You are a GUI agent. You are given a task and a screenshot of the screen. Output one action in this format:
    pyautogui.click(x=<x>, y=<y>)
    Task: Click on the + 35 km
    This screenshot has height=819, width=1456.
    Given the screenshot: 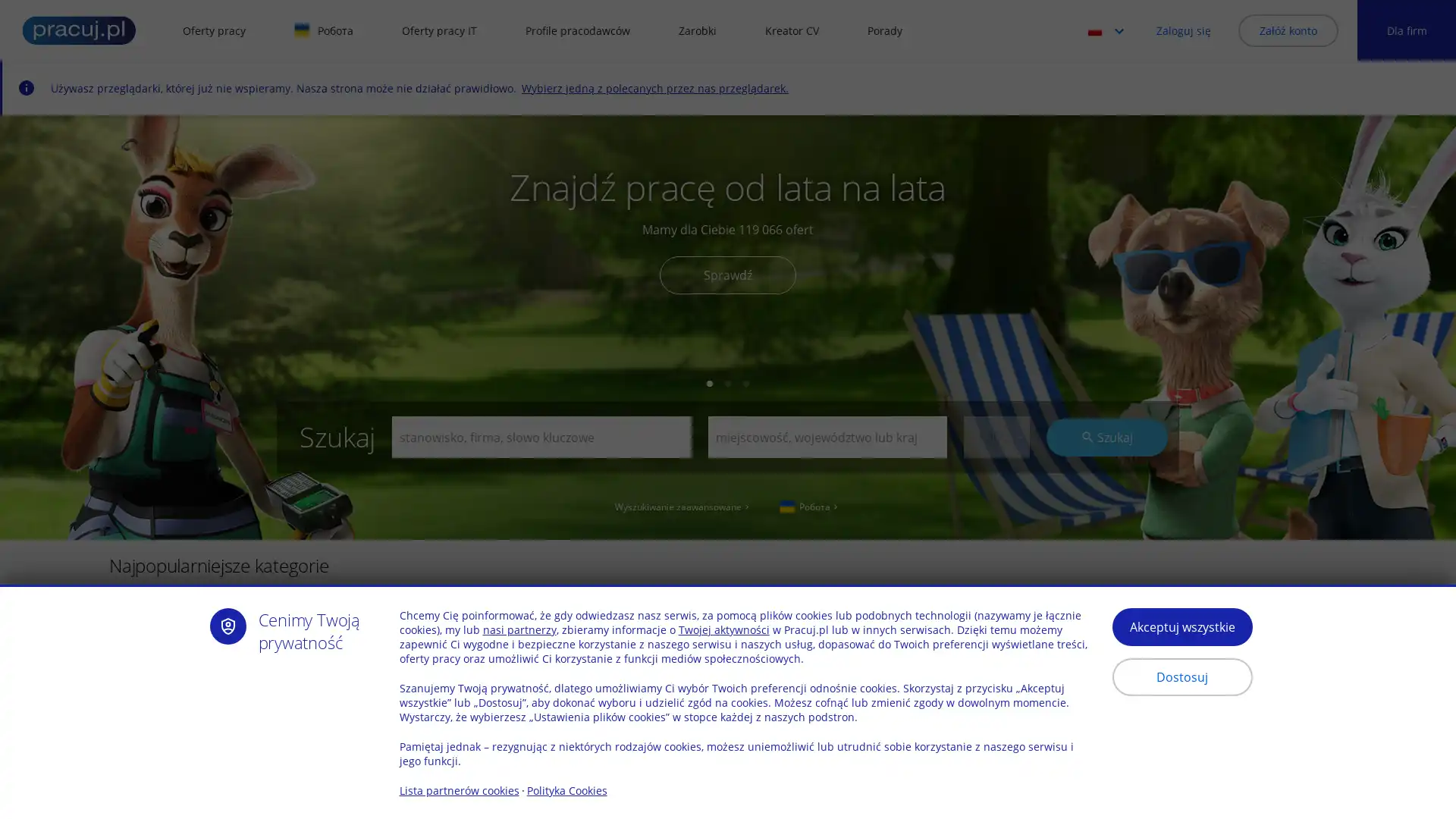 What is the action you would take?
    pyautogui.click(x=996, y=629)
    